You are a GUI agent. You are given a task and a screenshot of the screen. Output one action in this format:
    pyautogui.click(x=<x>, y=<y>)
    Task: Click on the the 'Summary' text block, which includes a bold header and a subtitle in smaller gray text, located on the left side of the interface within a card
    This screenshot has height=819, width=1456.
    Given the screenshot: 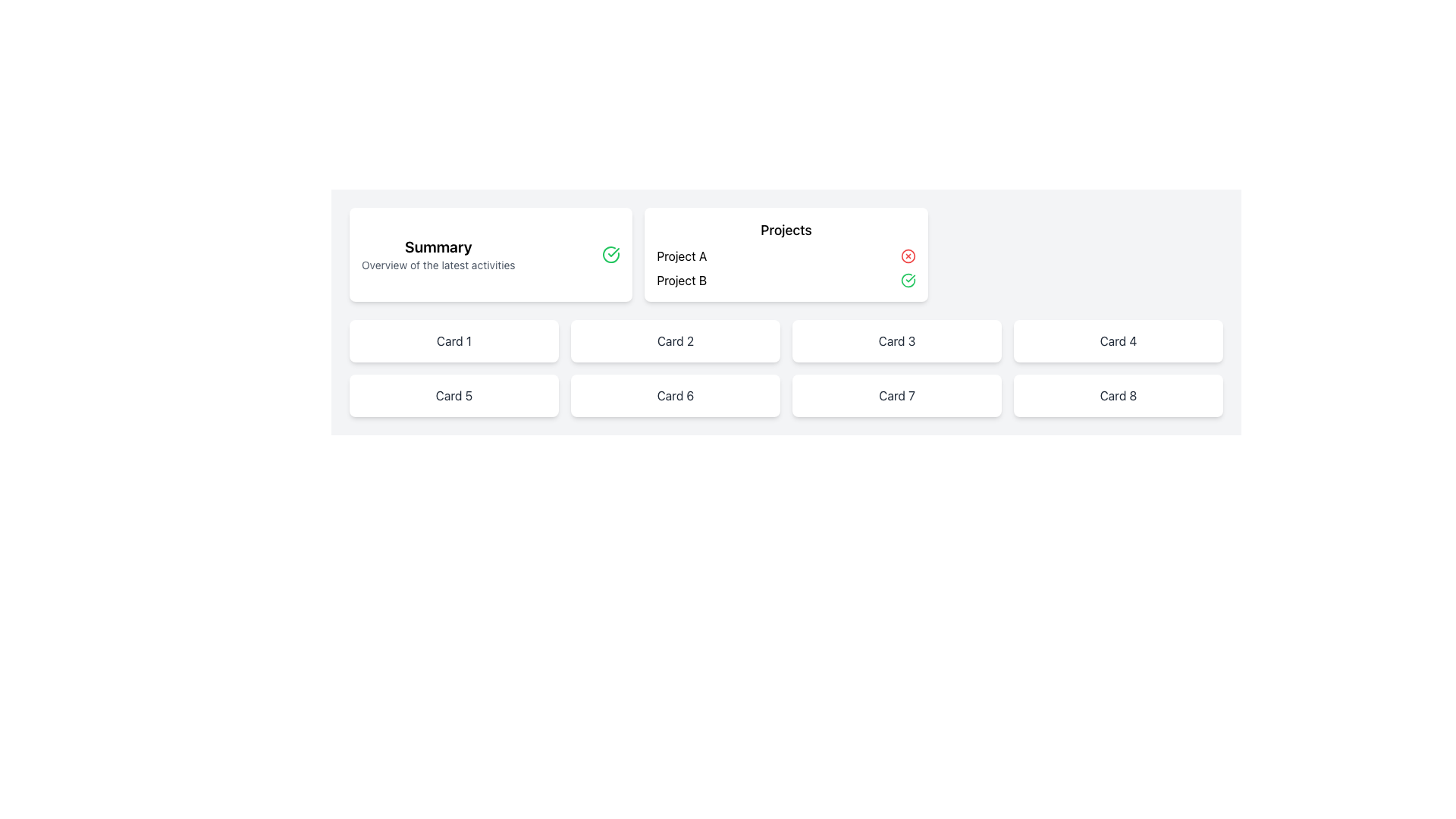 What is the action you would take?
    pyautogui.click(x=438, y=253)
    